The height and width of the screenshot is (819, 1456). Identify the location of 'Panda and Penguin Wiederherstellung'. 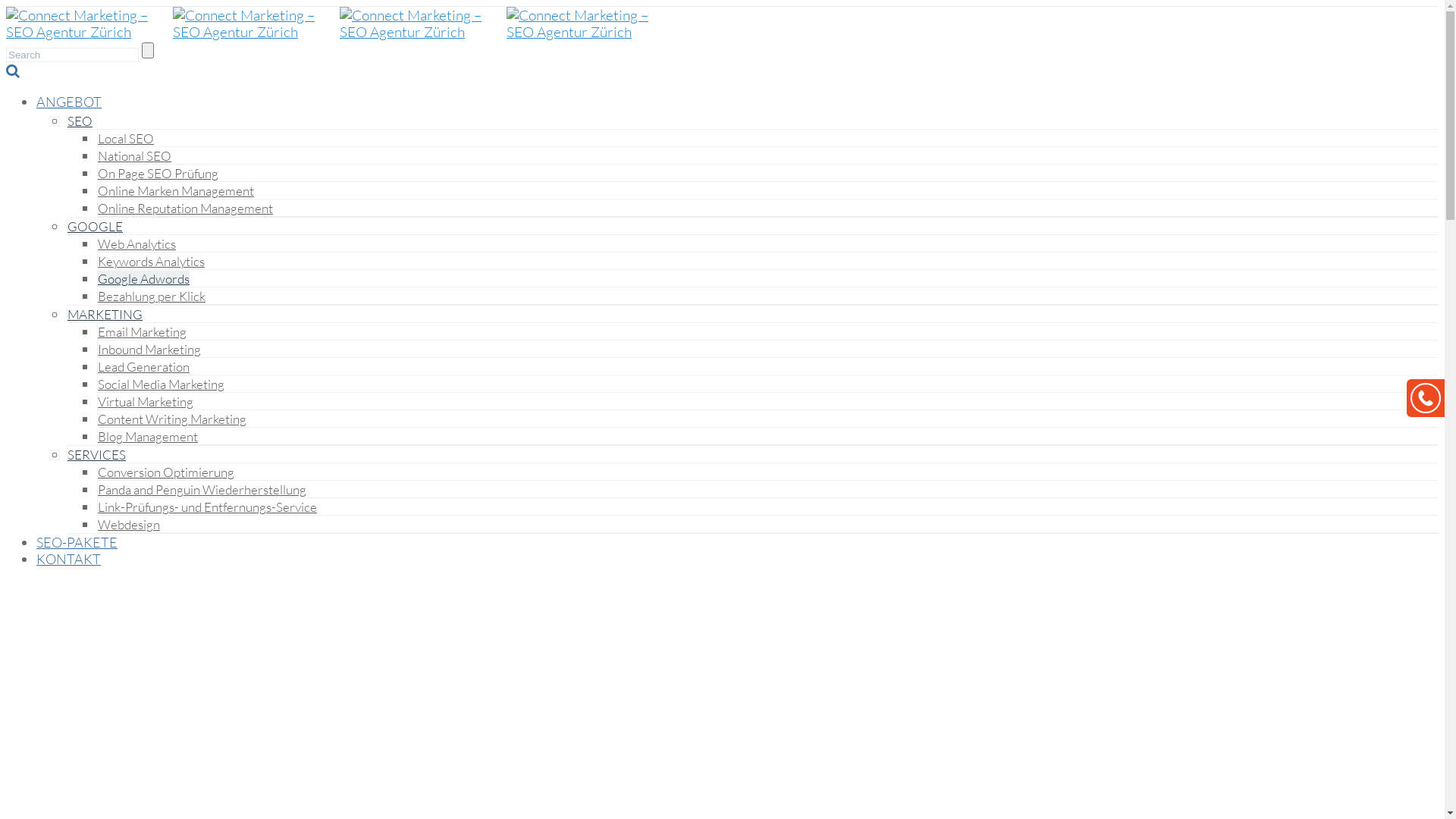
(200, 489).